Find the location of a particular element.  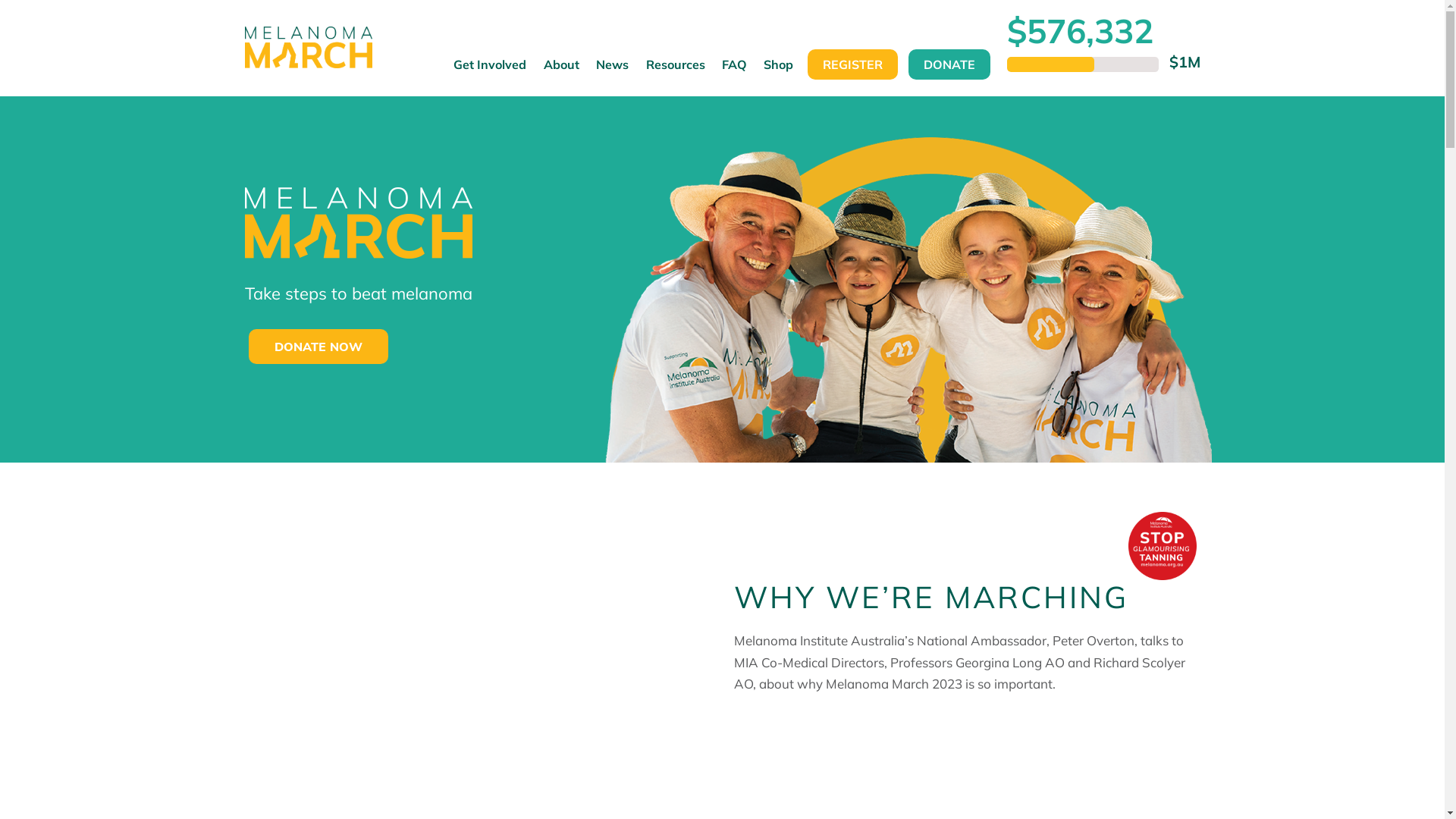

'About' is located at coordinates (560, 71).